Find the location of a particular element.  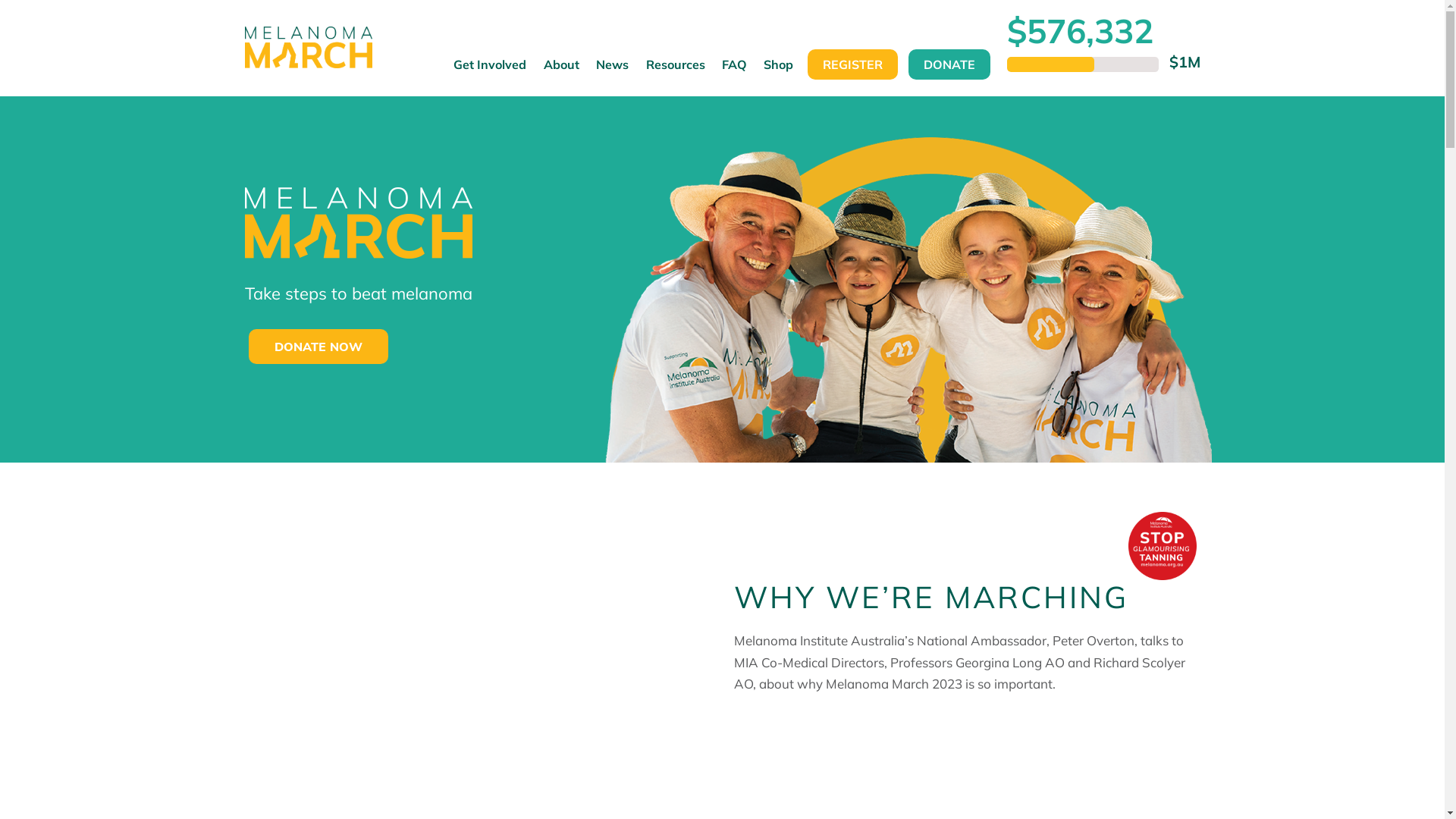

'About' is located at coordinates (560, 71).